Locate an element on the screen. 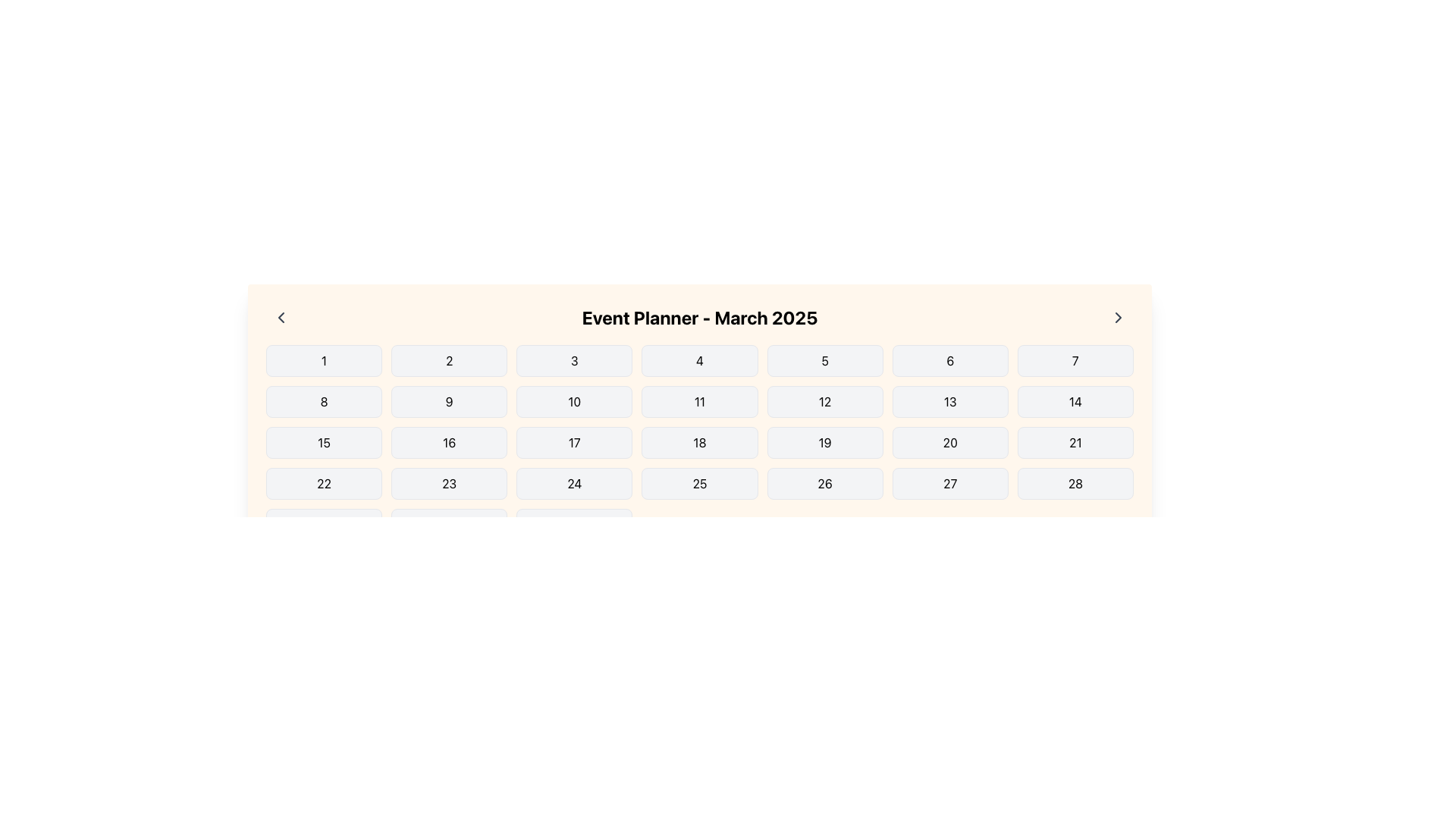  the left-chevron arrow icon located adjacent to the header 'Event Planner - March 2025' is located at coordinates (281, 317).